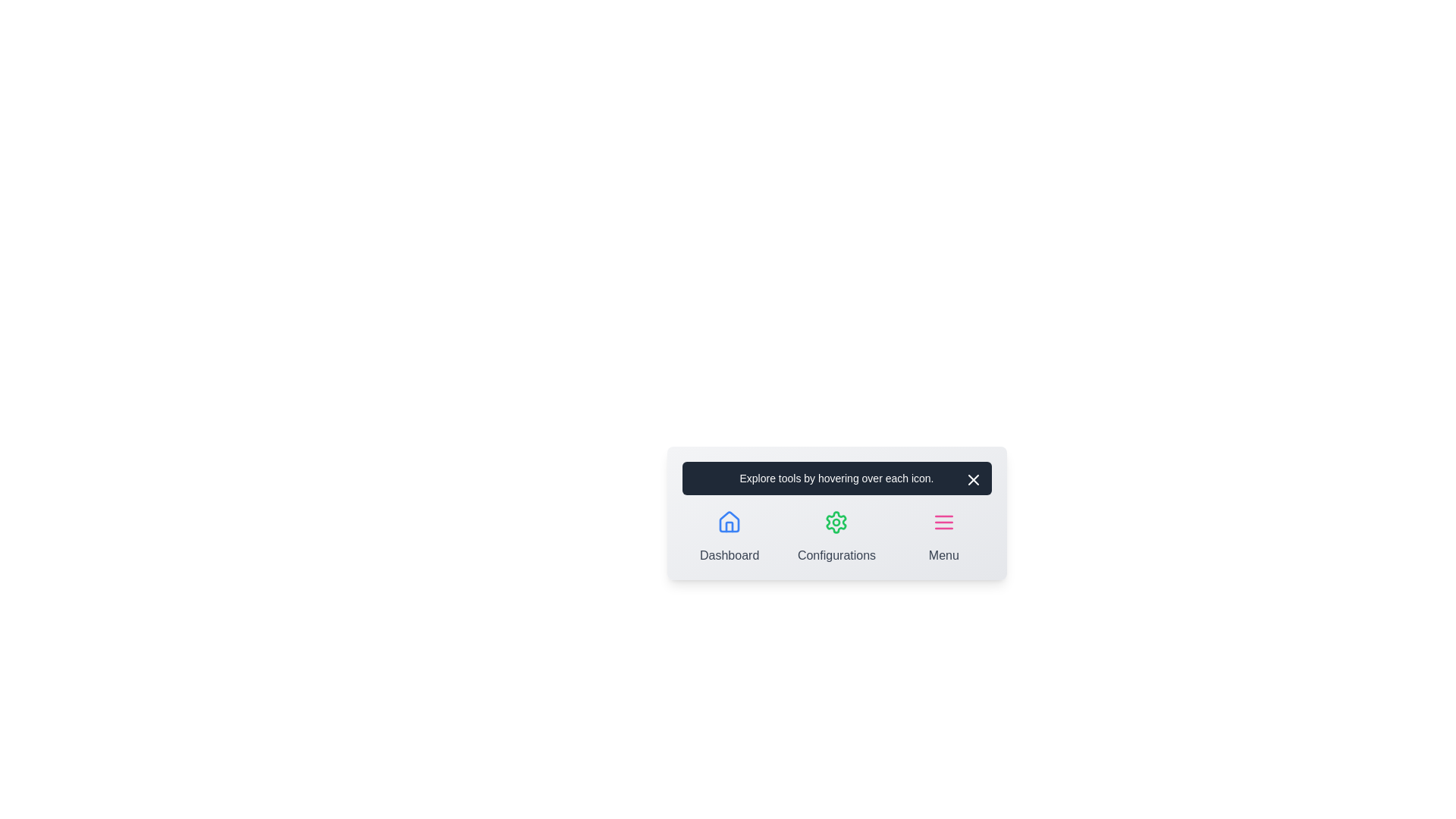  What do you see at coordinates (836, 522) in the screenshot?
I see `the green settings cogwheel icon labeled 'Configurations'` at bounding box center [836, 522].